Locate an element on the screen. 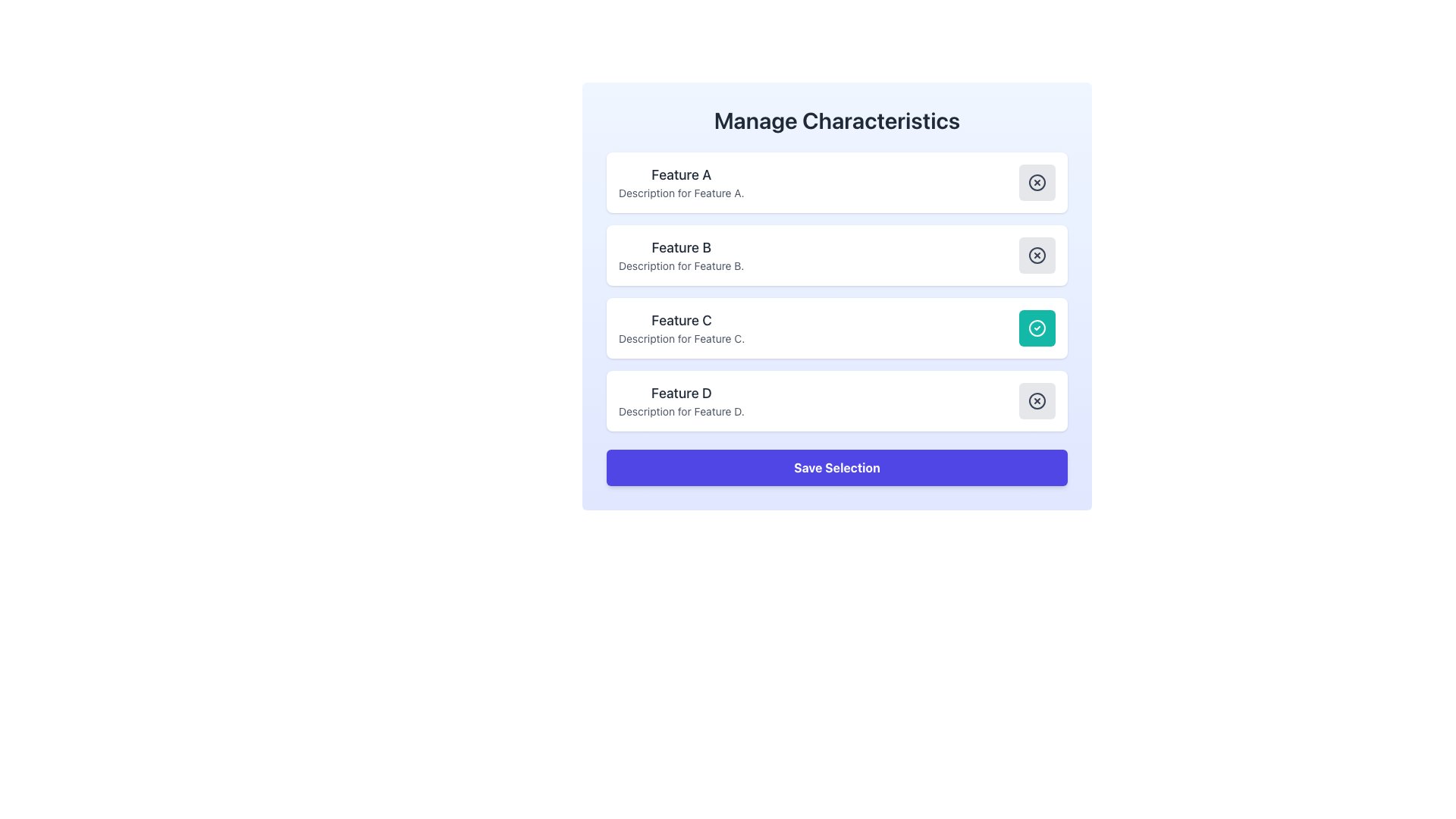  the text block titled 'Feature D' with the description 'Description for Feature D', which is the fourth item under 'Manage Characteristics' is located at coordinates (680, 400).